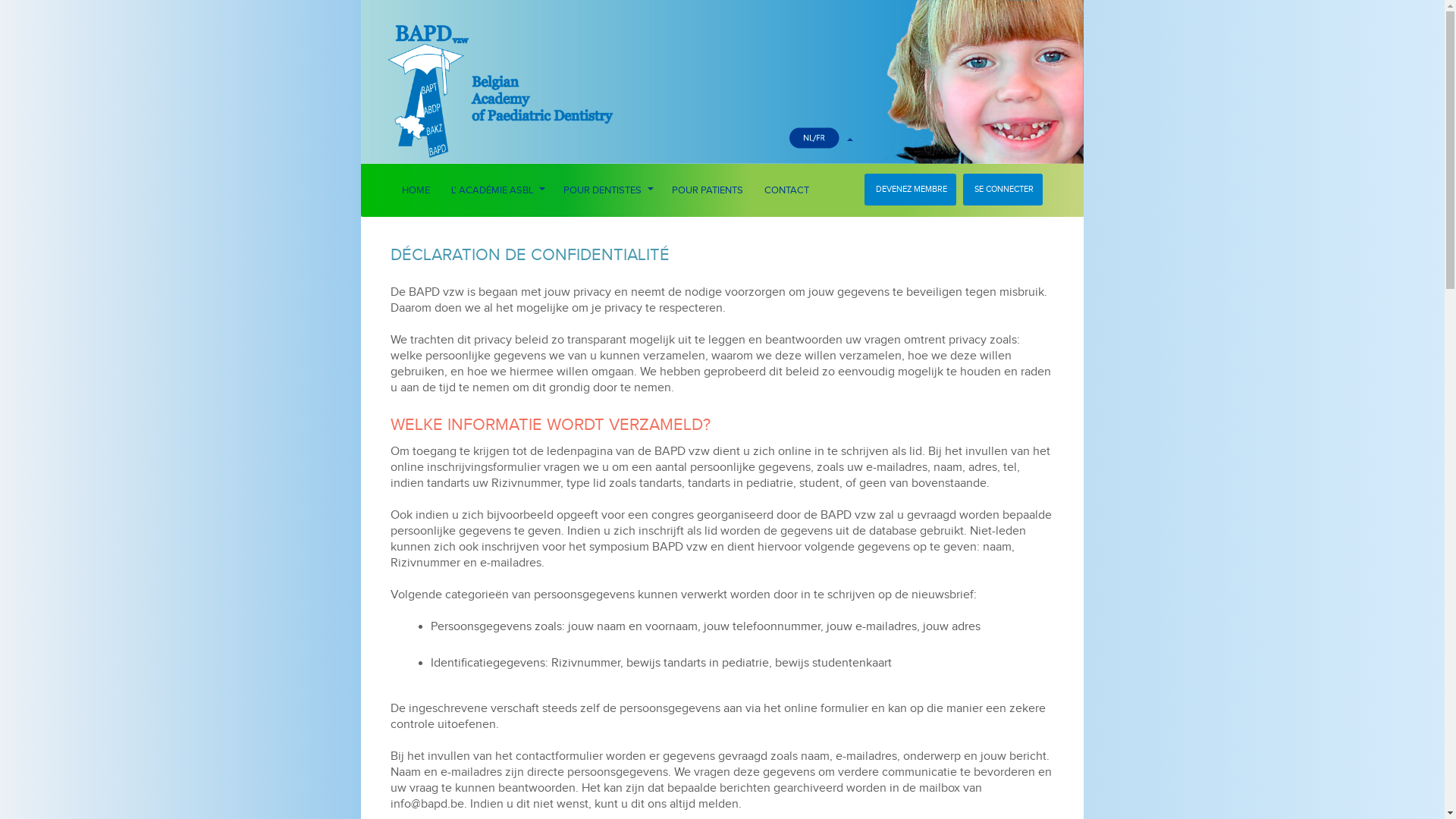 This screenshot has width=1456, height=819. I want to click on 'HOME', so click(416, 189).